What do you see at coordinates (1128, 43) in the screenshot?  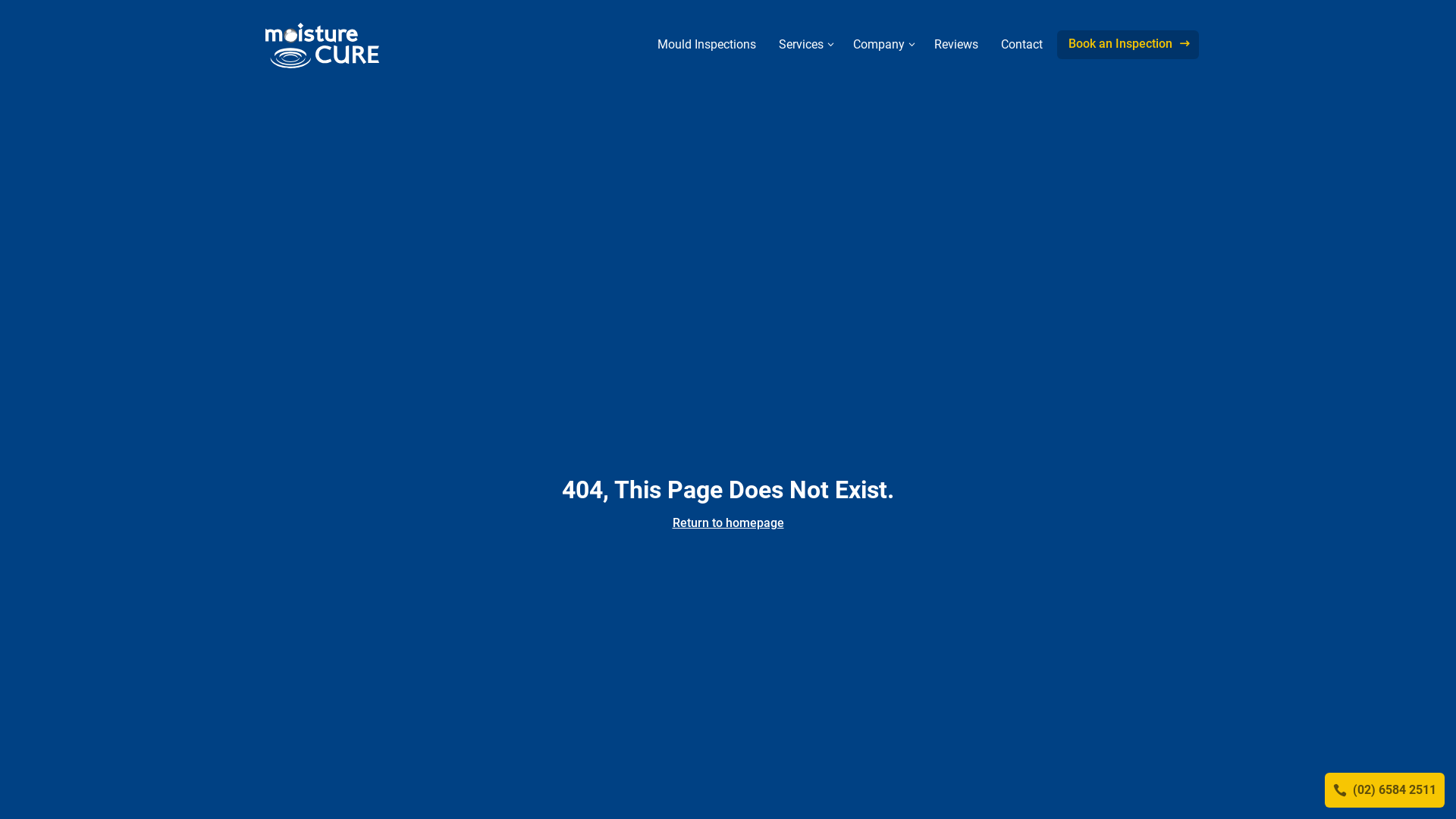 I see `'Book an Inspection'` at bounding box center [1128, 43].